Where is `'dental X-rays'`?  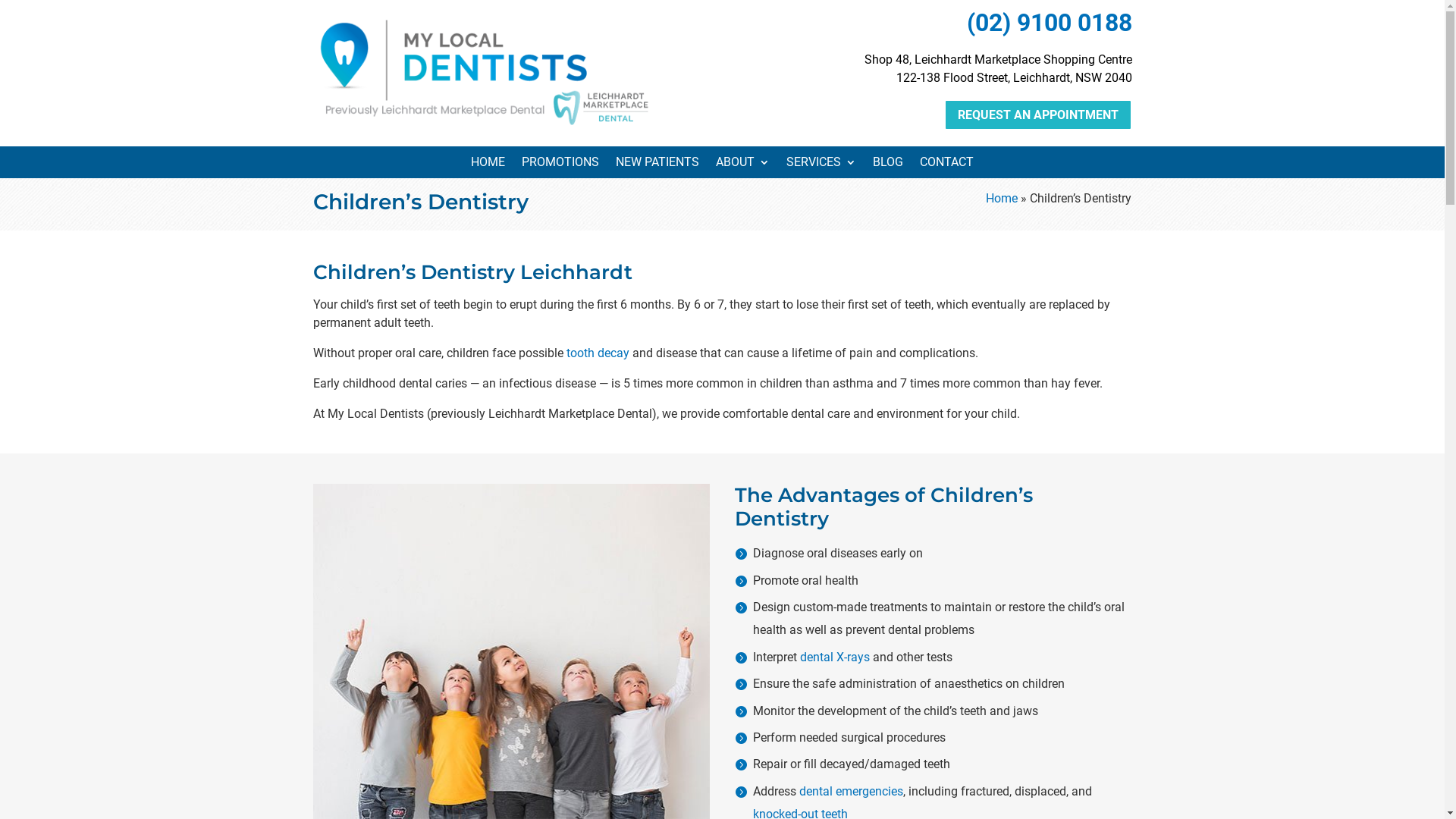 'dental X-rays' is located at coordinates (833, 656).